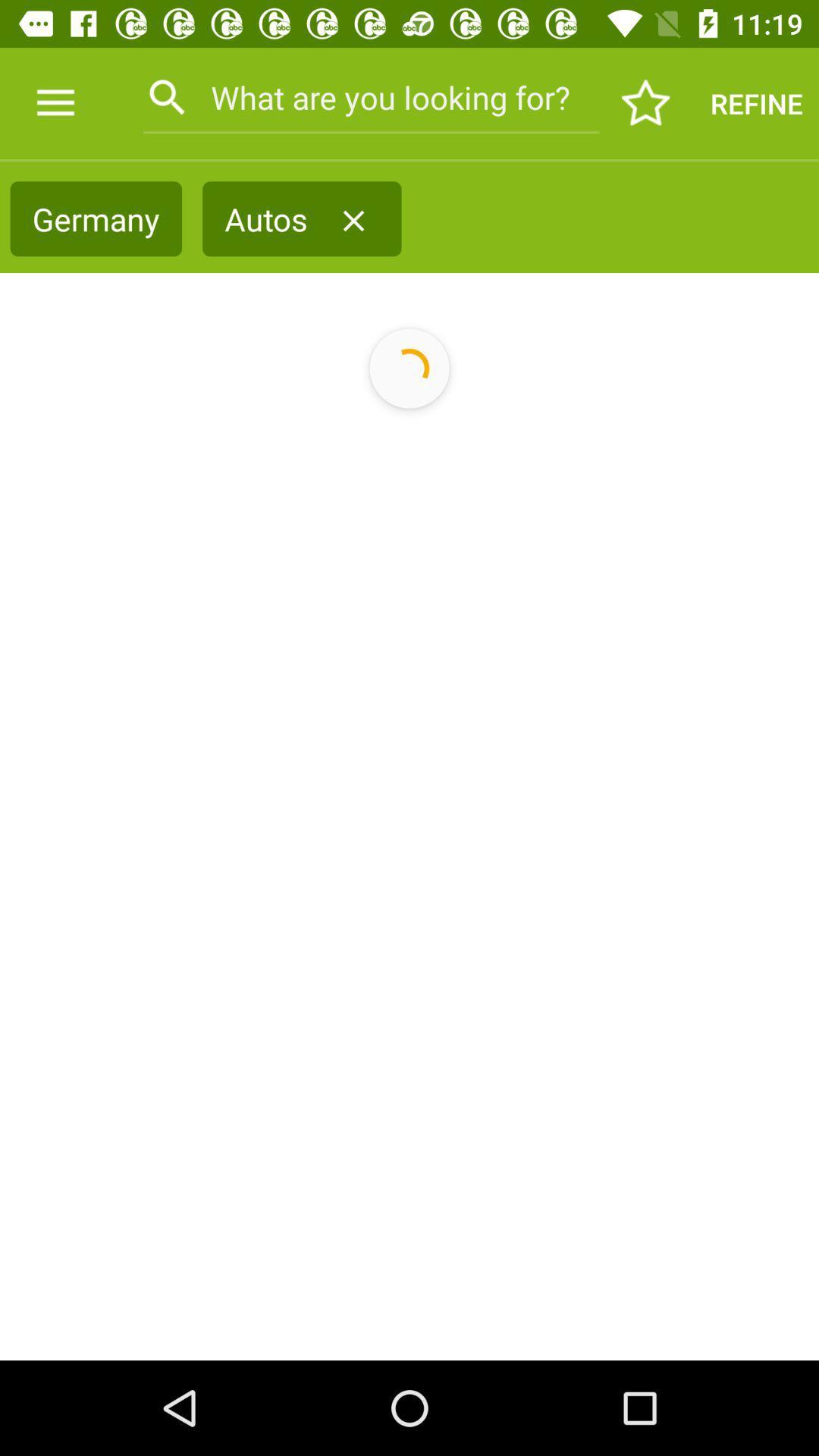  What do you see at coordinates (55, 102) in the screenshot?
I see `item to the left of the what are you` at bounding box center [55, 102].